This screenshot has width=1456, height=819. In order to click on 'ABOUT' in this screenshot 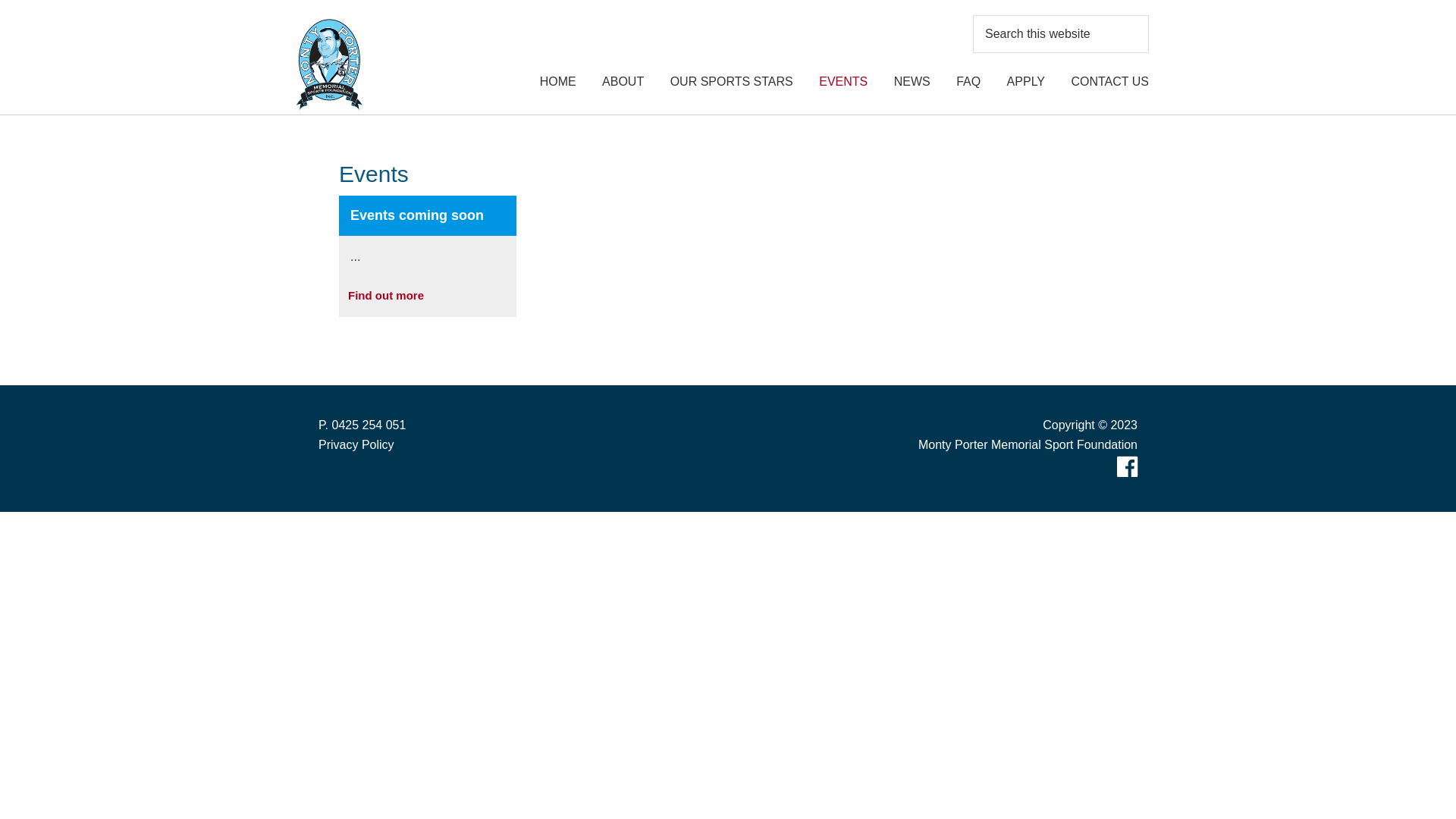, I will do `click(623, 82)`.